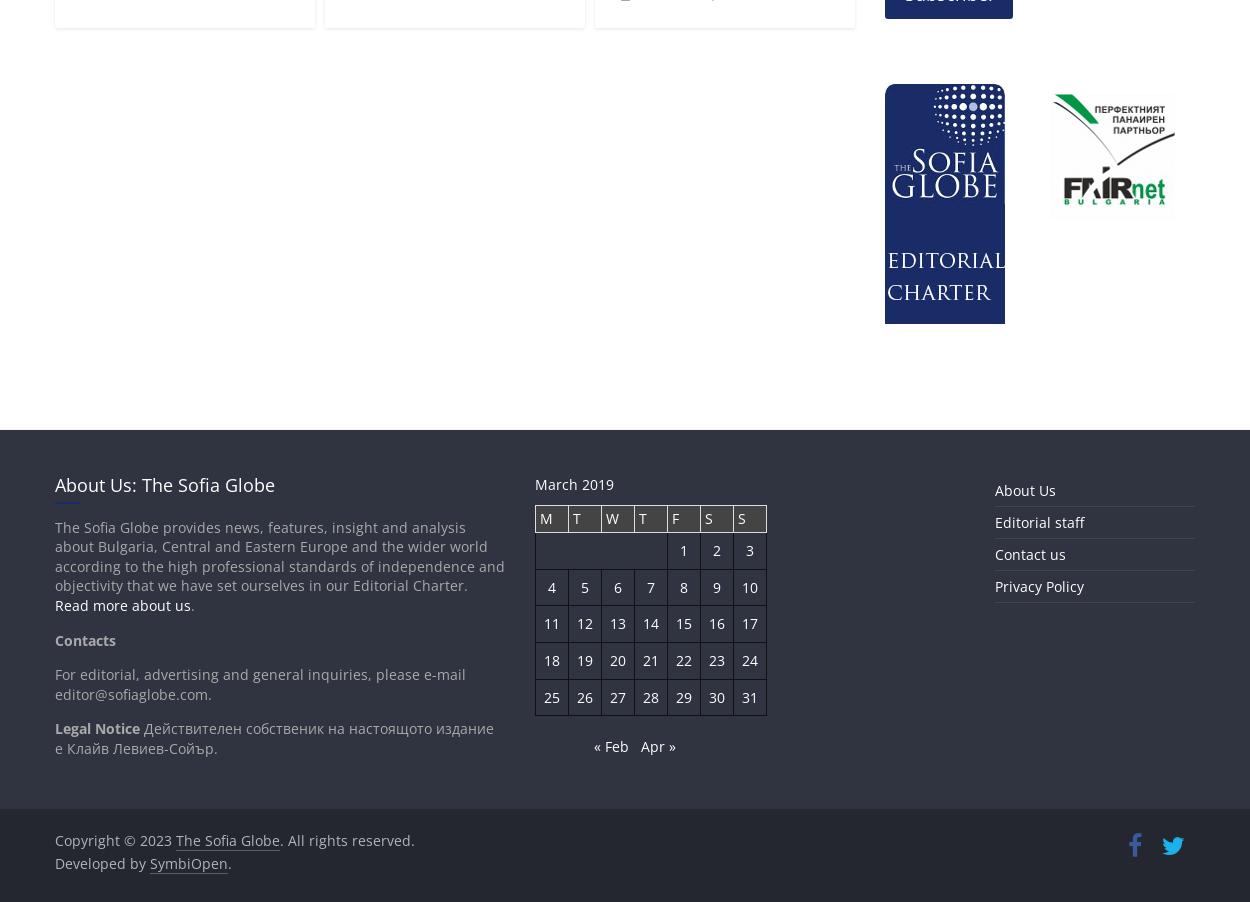 The width and height of the screenshot is (1250, 902). What do you see at coordinates (610, 746) in the screenshot?
I see `'« Feb'` at bounding box center [610, 746].